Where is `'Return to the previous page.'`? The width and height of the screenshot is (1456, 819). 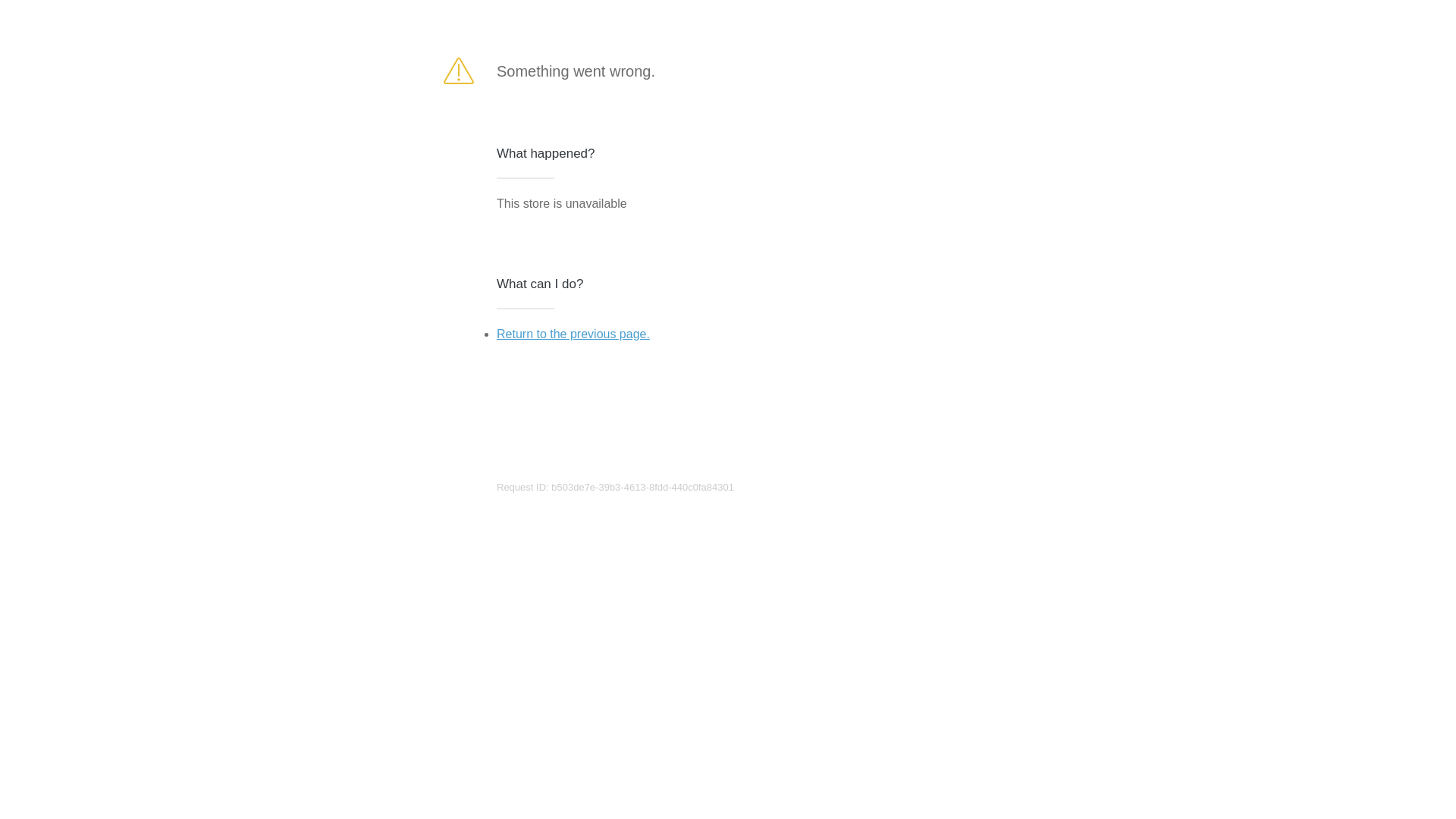
'Return to the previous page.' is located at coordinates (496, 333).